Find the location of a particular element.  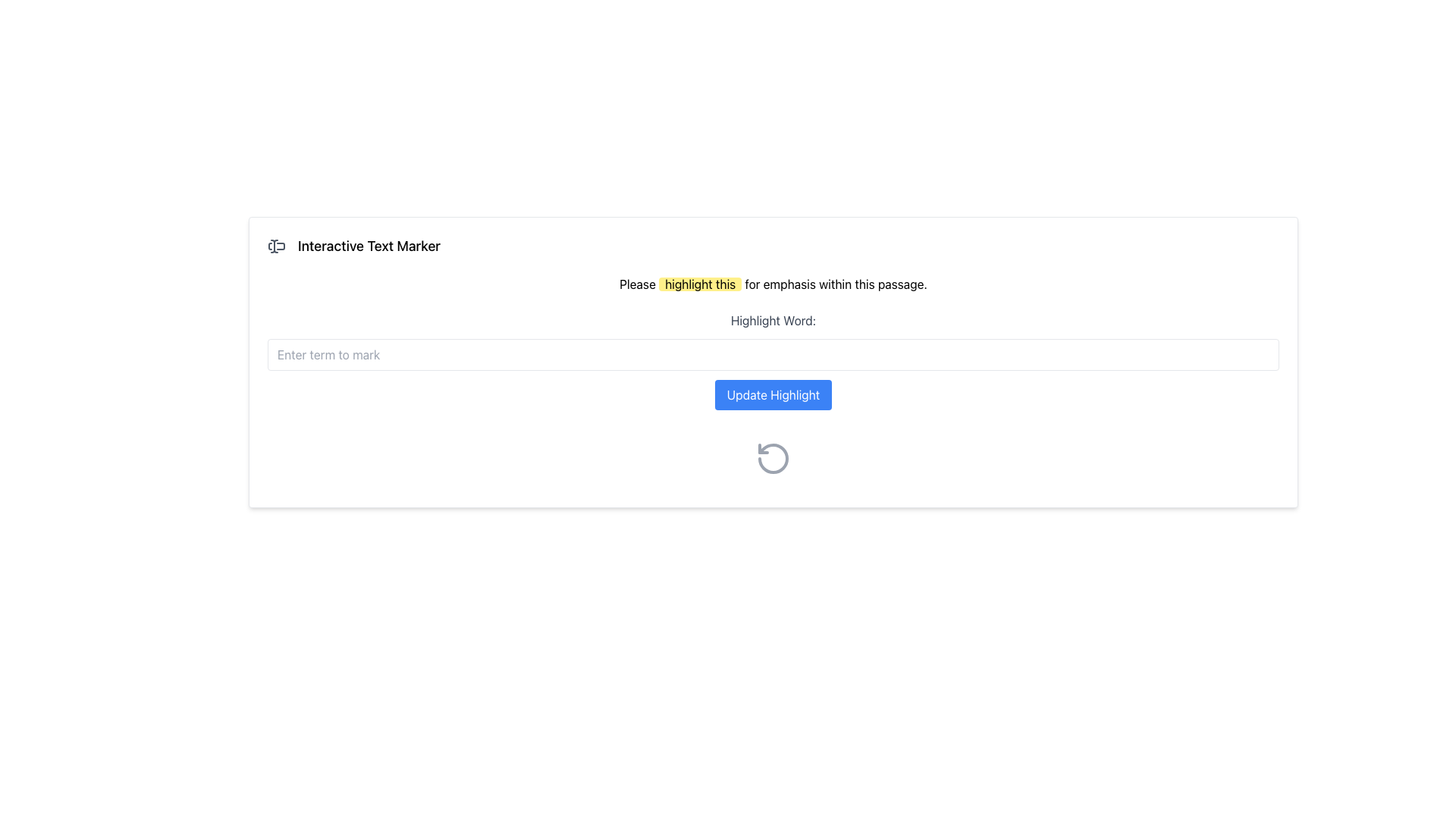

the text fragment styled with a yellow background containing the text 'highlight this', which is positioned in the middle of the sentence 'Please highlight this for emphasis within this passage.' is located at coordinates (699, 284).